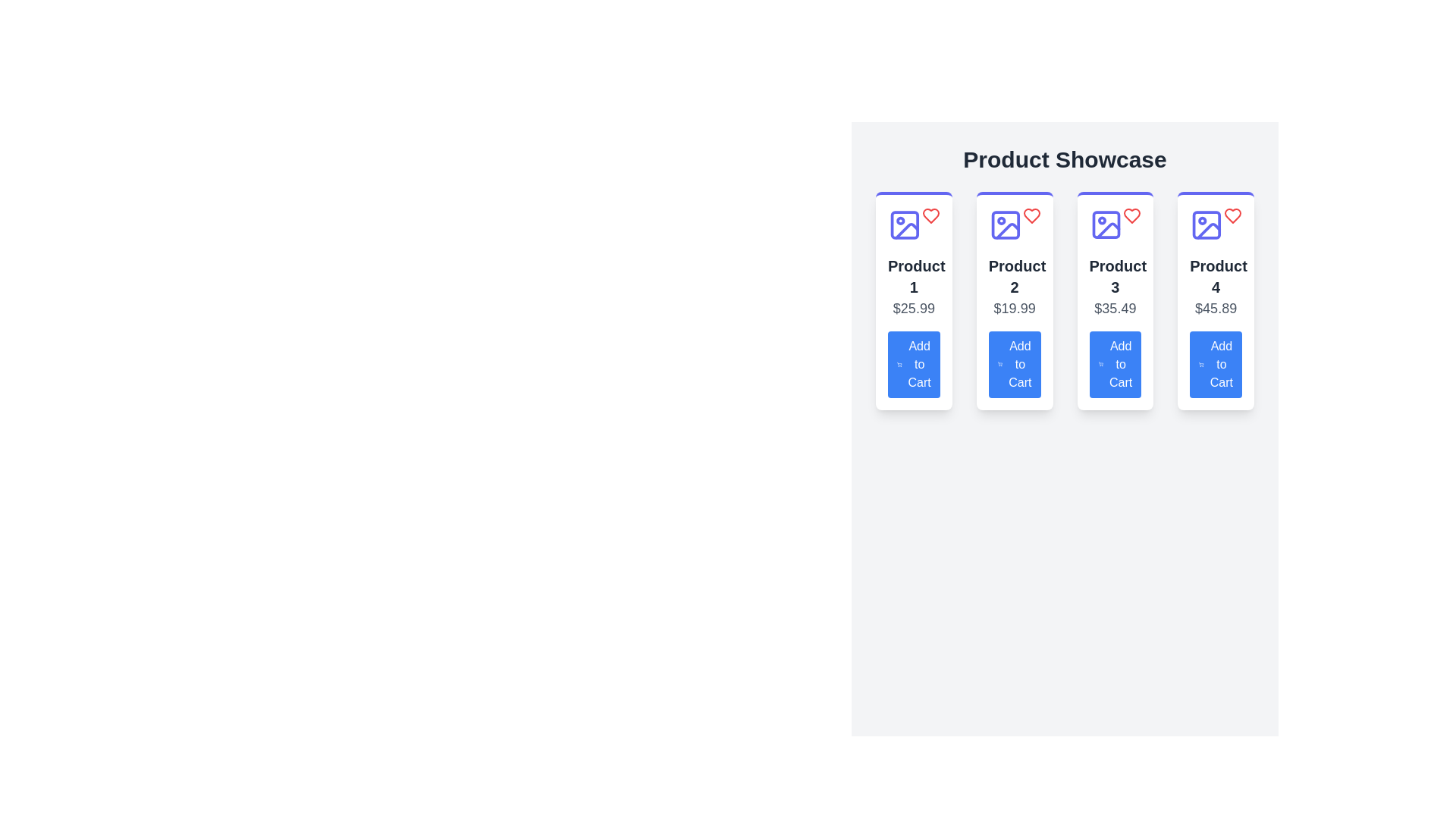  I want to click on the button located at the bottom of the product tile, so click(1216, 365).